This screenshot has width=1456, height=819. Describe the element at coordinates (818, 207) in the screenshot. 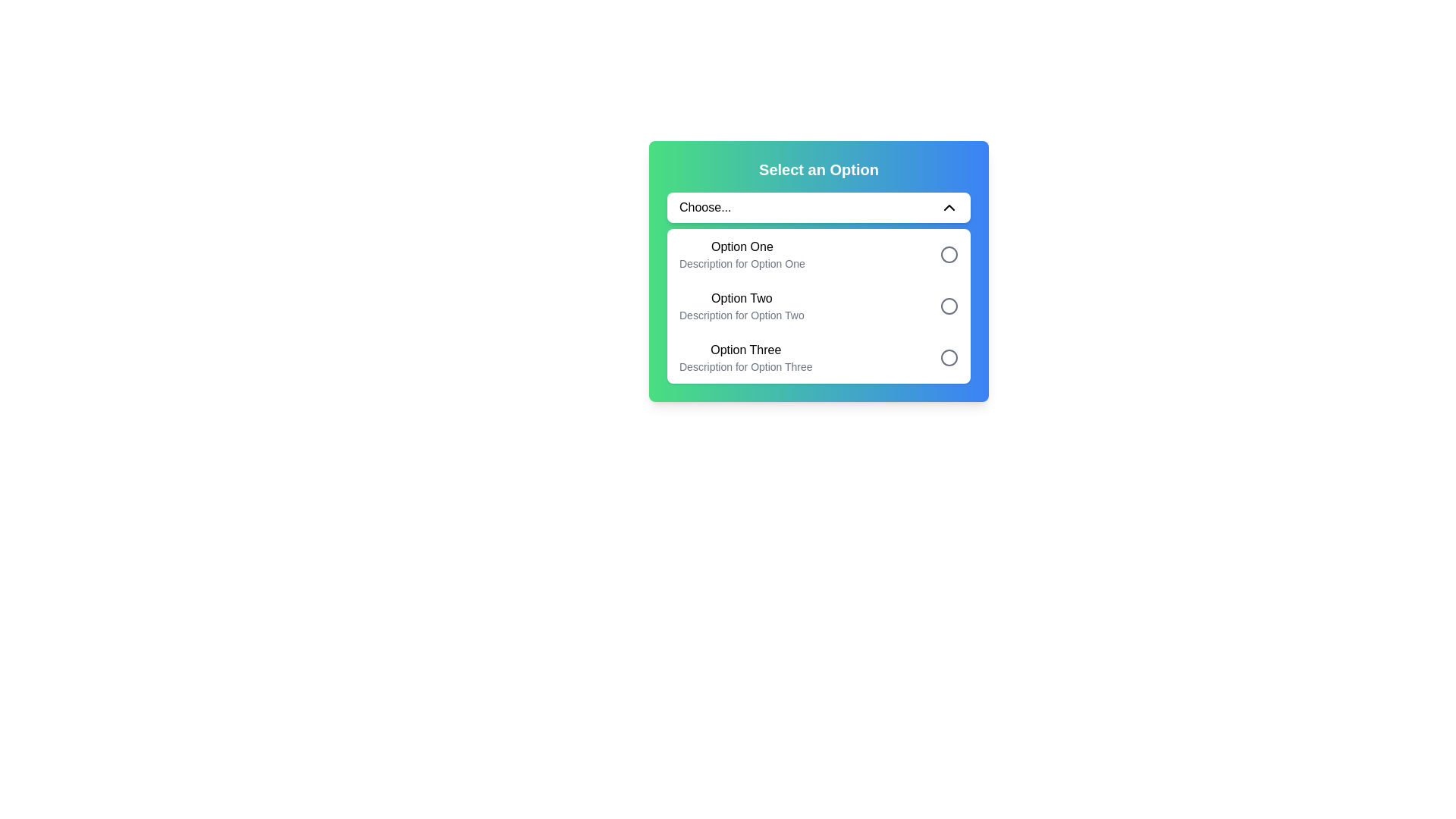

I see `the dropdown menu labeled 'Choose...'` at that location.